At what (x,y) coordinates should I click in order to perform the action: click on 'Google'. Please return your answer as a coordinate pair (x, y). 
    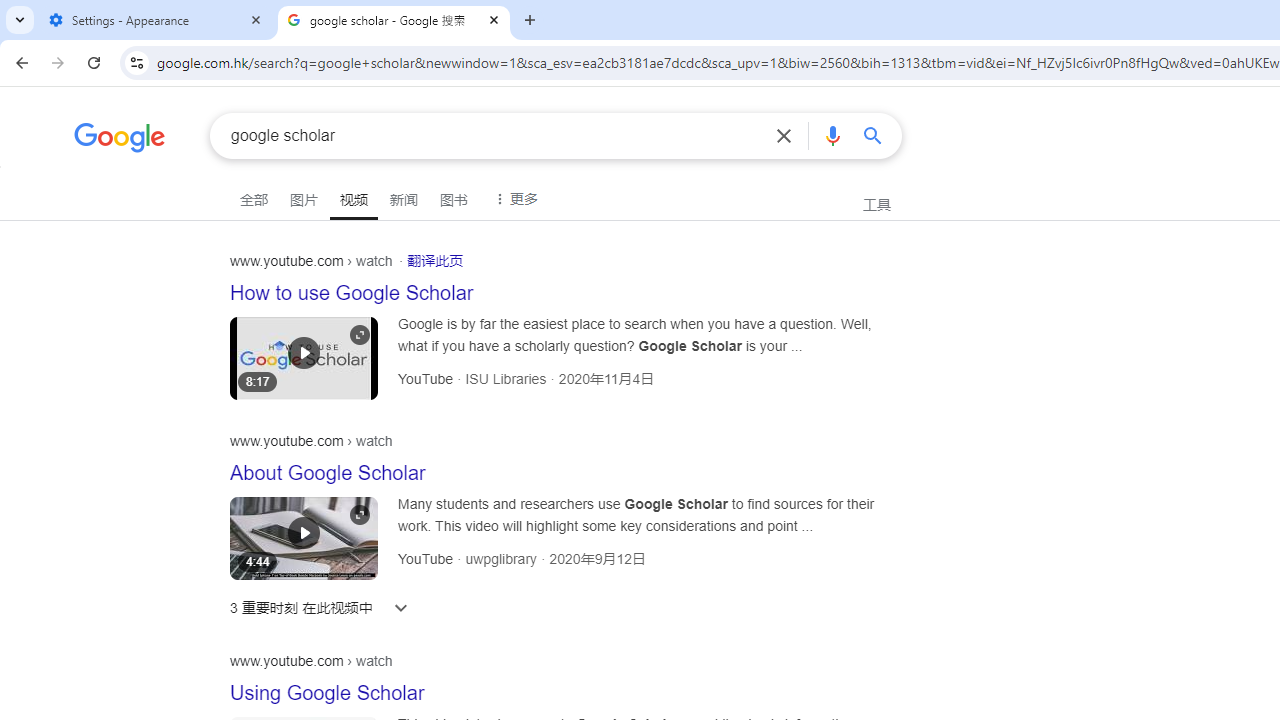
    Looking at the image, I should click on (119, 138).